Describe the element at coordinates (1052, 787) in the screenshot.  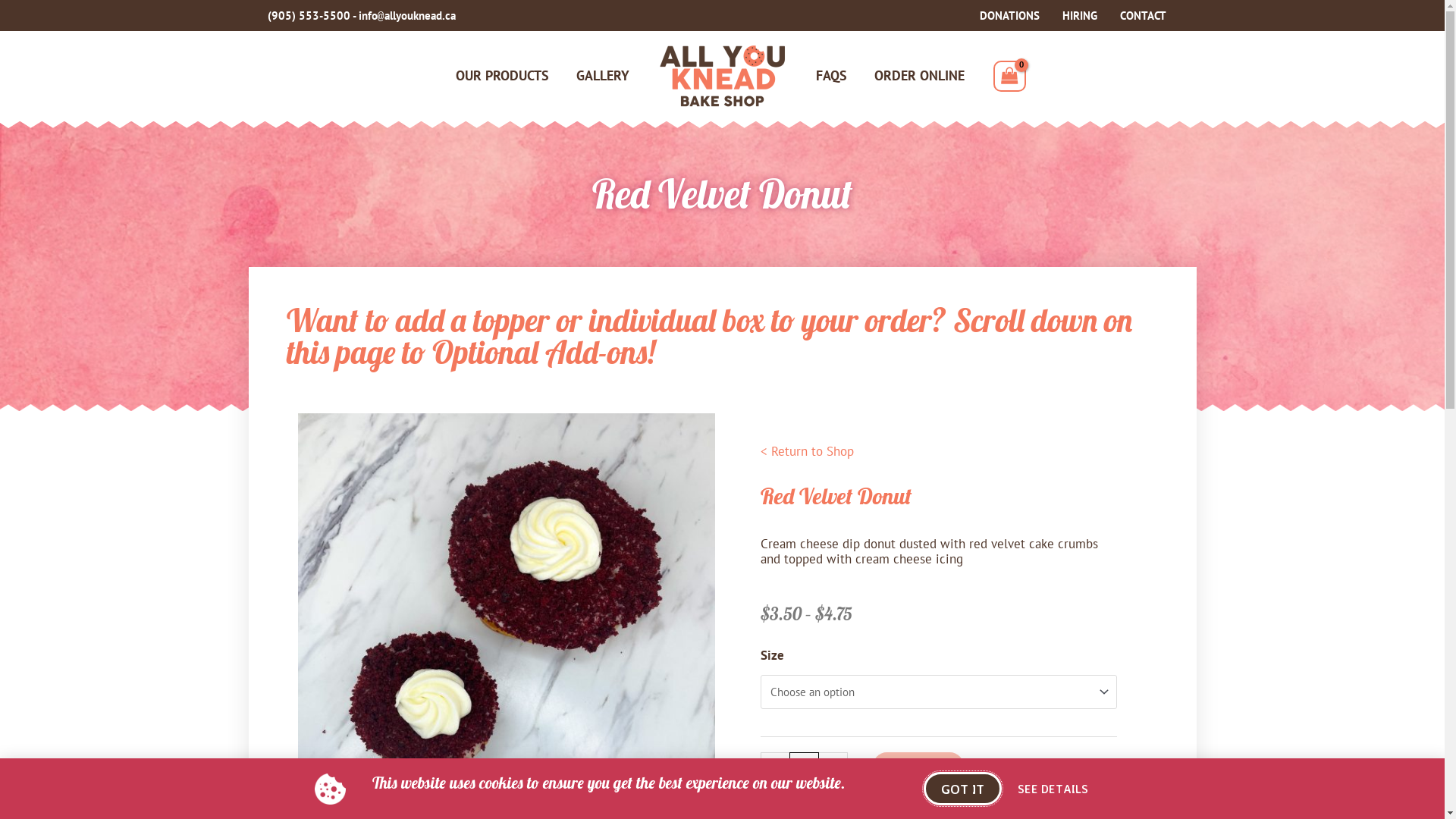
I see `'SEE DETAILS'` at that location.